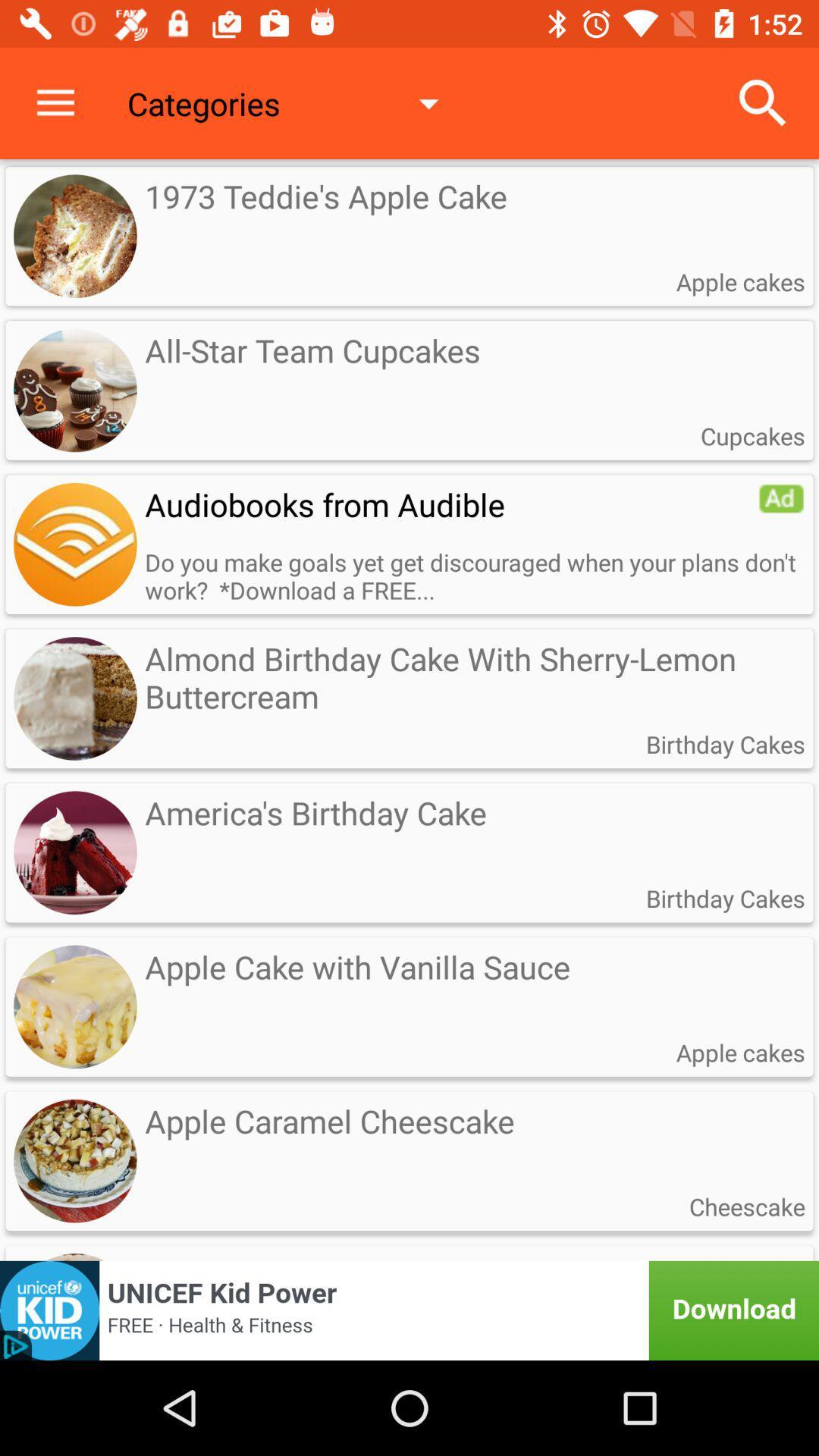 The image size is (819, 1456). Describe the element at coordinates (409, 1310) in the screenshot. I see `download the app` at that location.